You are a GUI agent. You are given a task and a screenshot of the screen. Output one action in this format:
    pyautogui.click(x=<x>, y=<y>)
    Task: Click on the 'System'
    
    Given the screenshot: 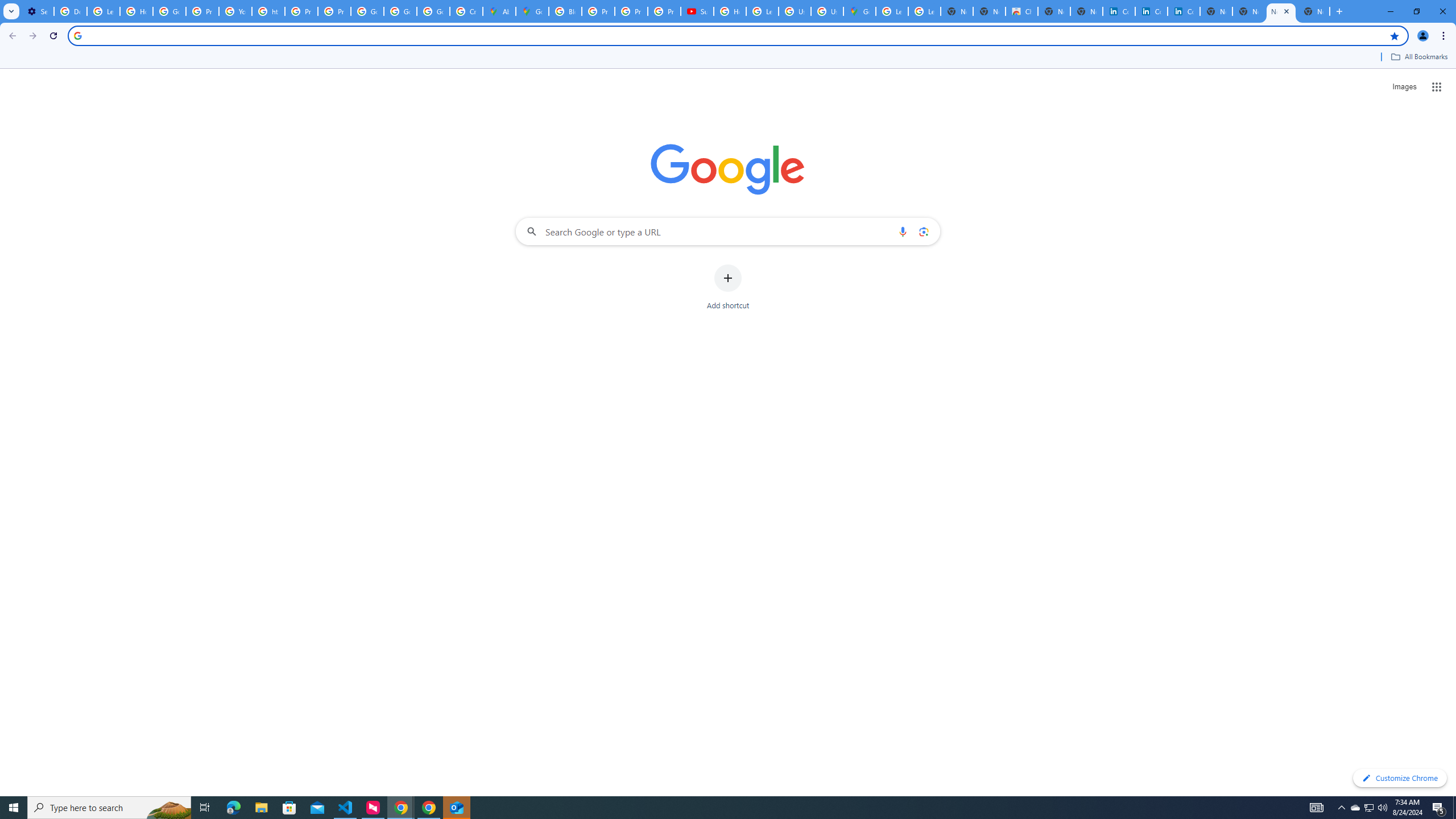 What is the action you would take?
    pyautogui.click(x=6, y=5)
    